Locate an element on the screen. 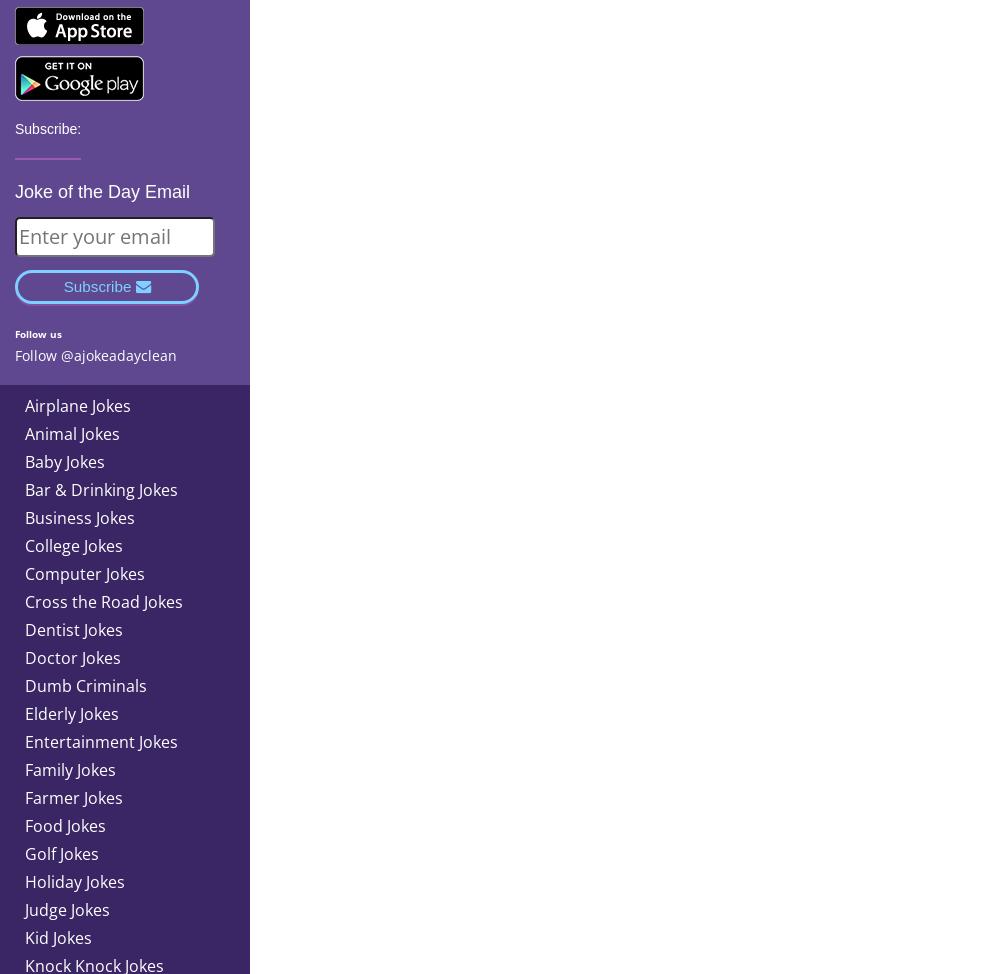 The height and width of the screenshot is (974, 985). 'Follow us' is located at coordinates (37, 333).